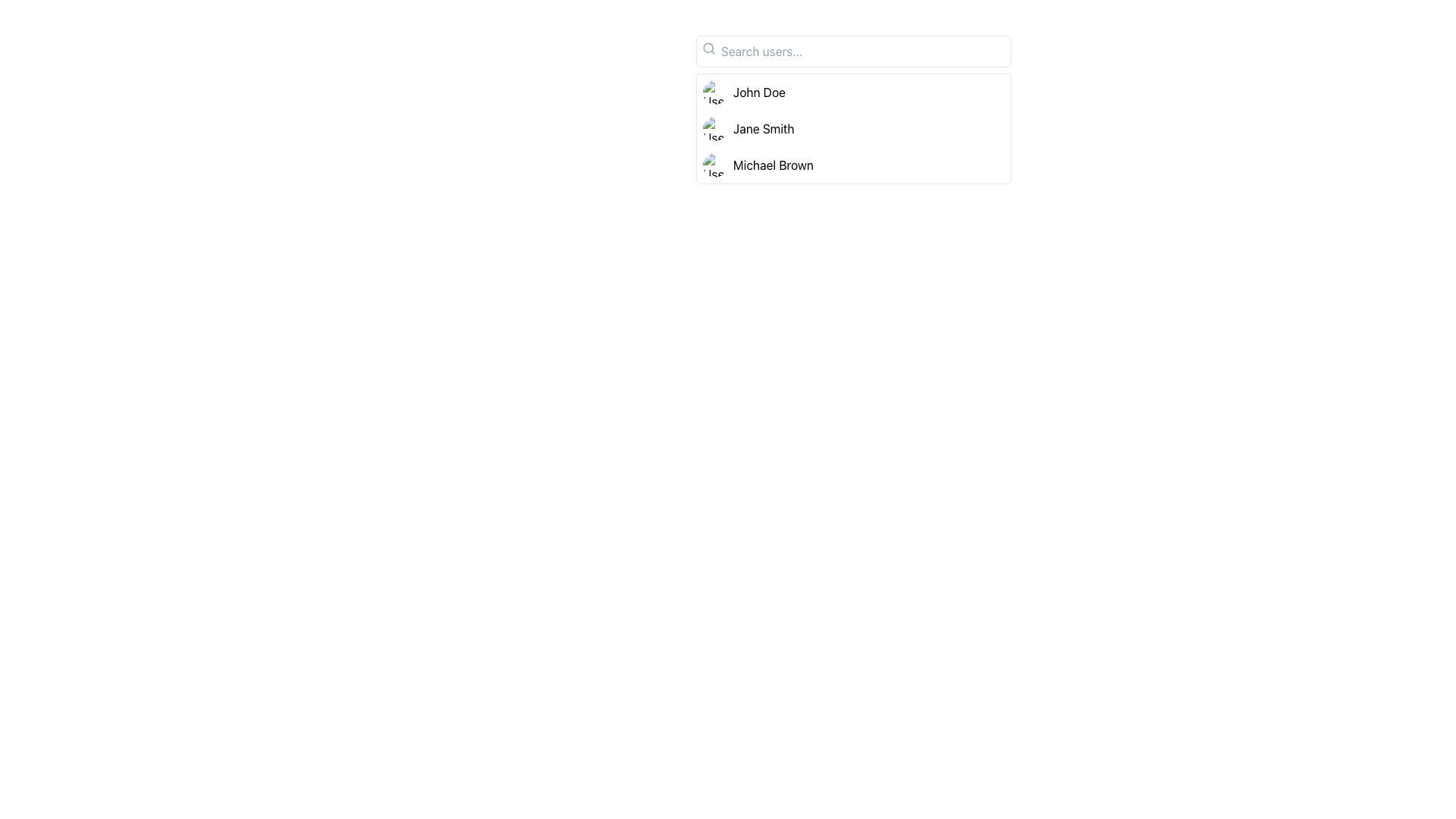 This screenshot has height=819, width=1456. I want to click on the List item element displaying the name 'Michael Brown' and its circular profile image, which is the third item in a vertical list, so click(854, 165).